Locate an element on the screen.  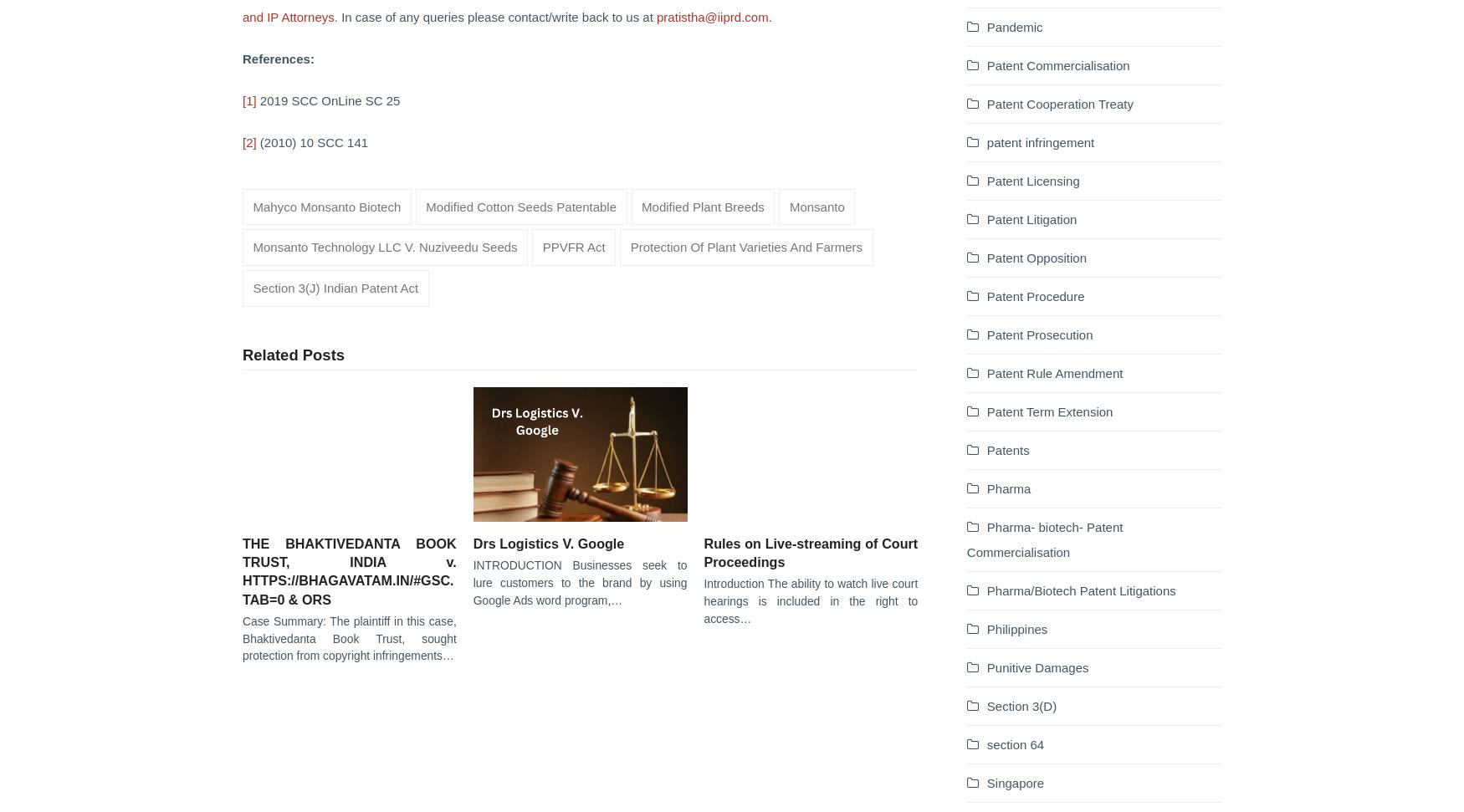
'.' is located at coordinates (768, 16).